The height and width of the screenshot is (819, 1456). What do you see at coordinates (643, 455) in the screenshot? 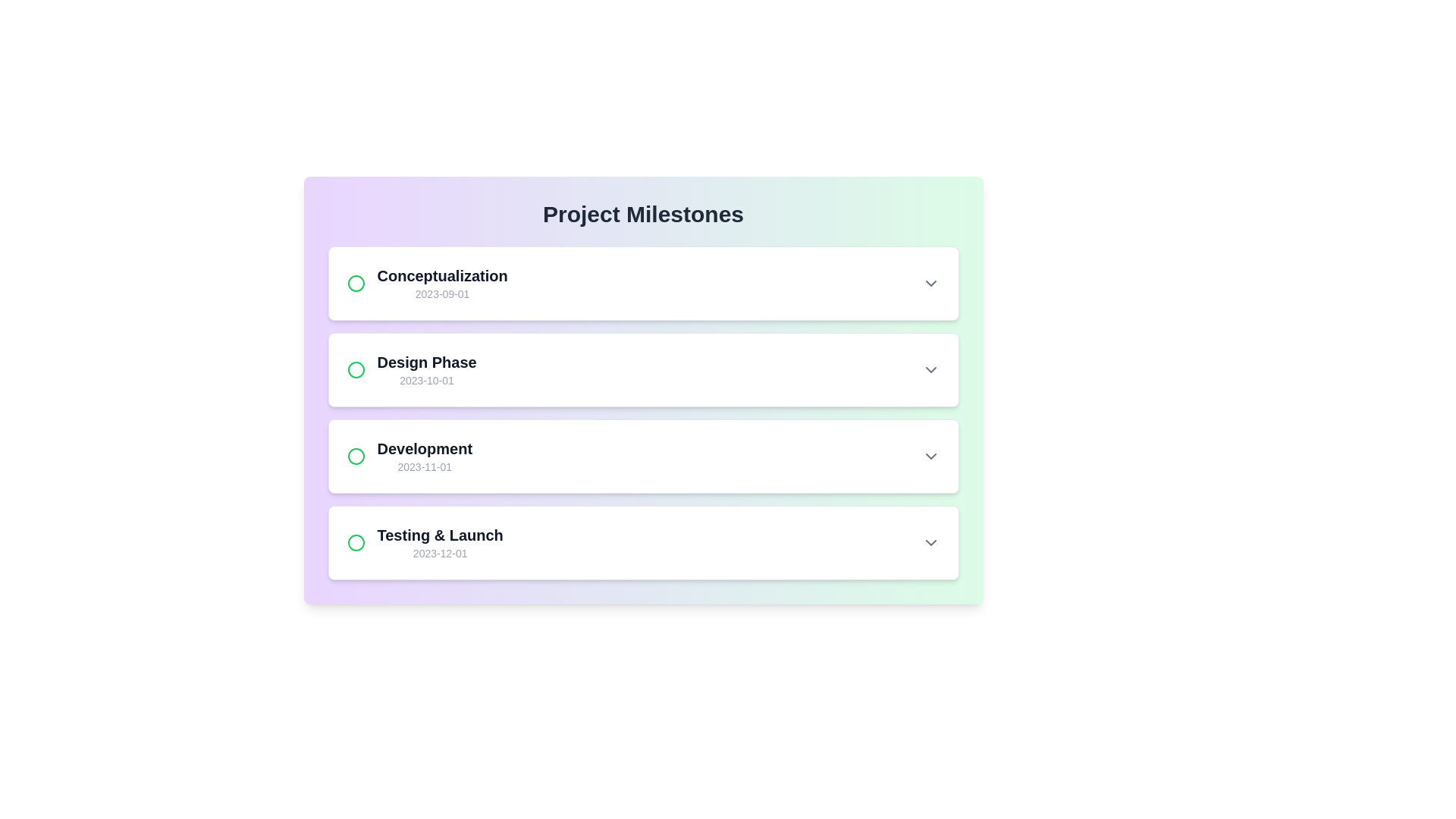
I see `the 'Development' card, which is the third card in the vertical list` at bounding box center [643, 455].